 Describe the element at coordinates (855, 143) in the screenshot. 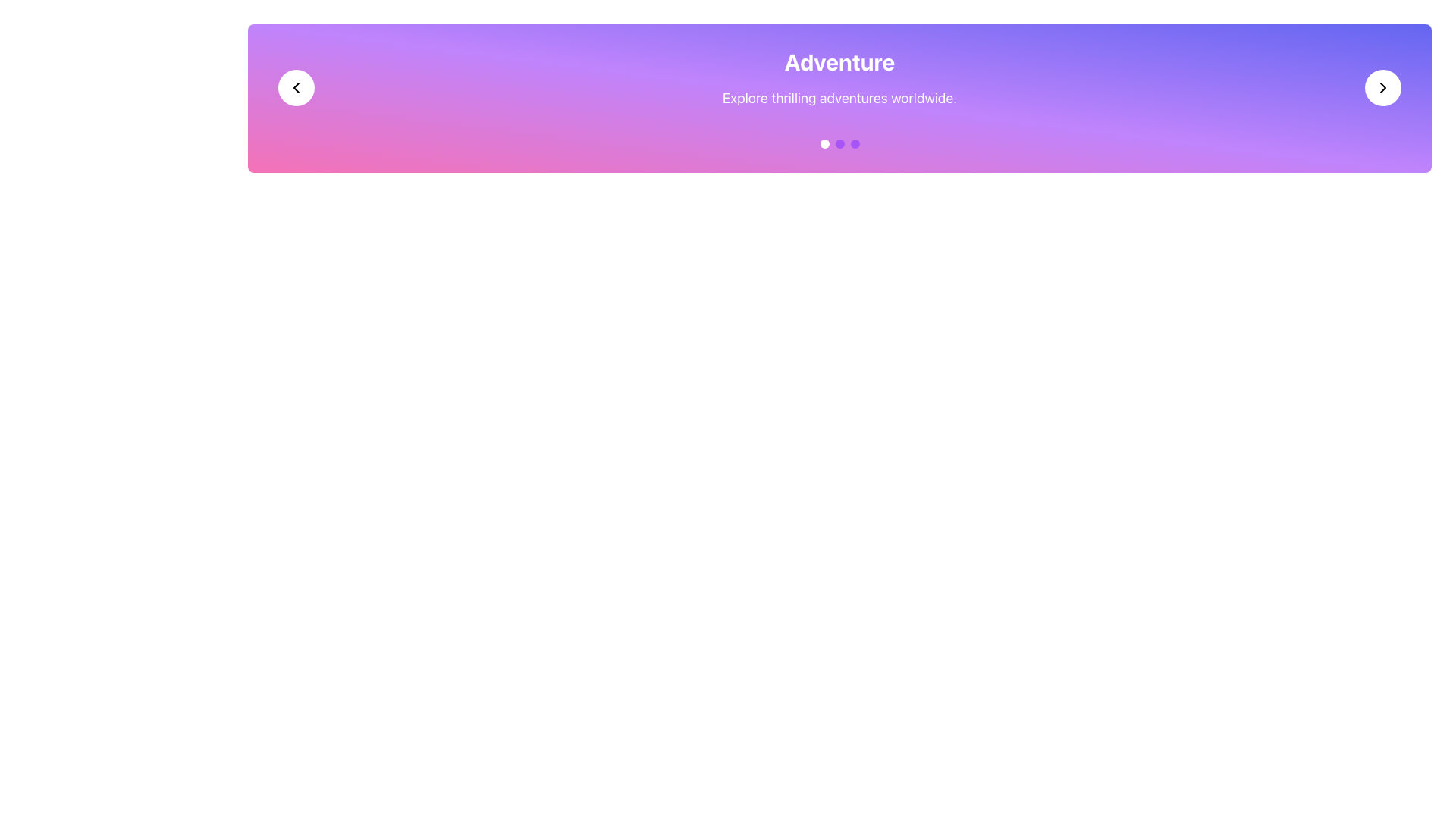

I see `the third circular Carousel Indicator, which is a small purple circle with a smooth gradient located below the header text` at that location.